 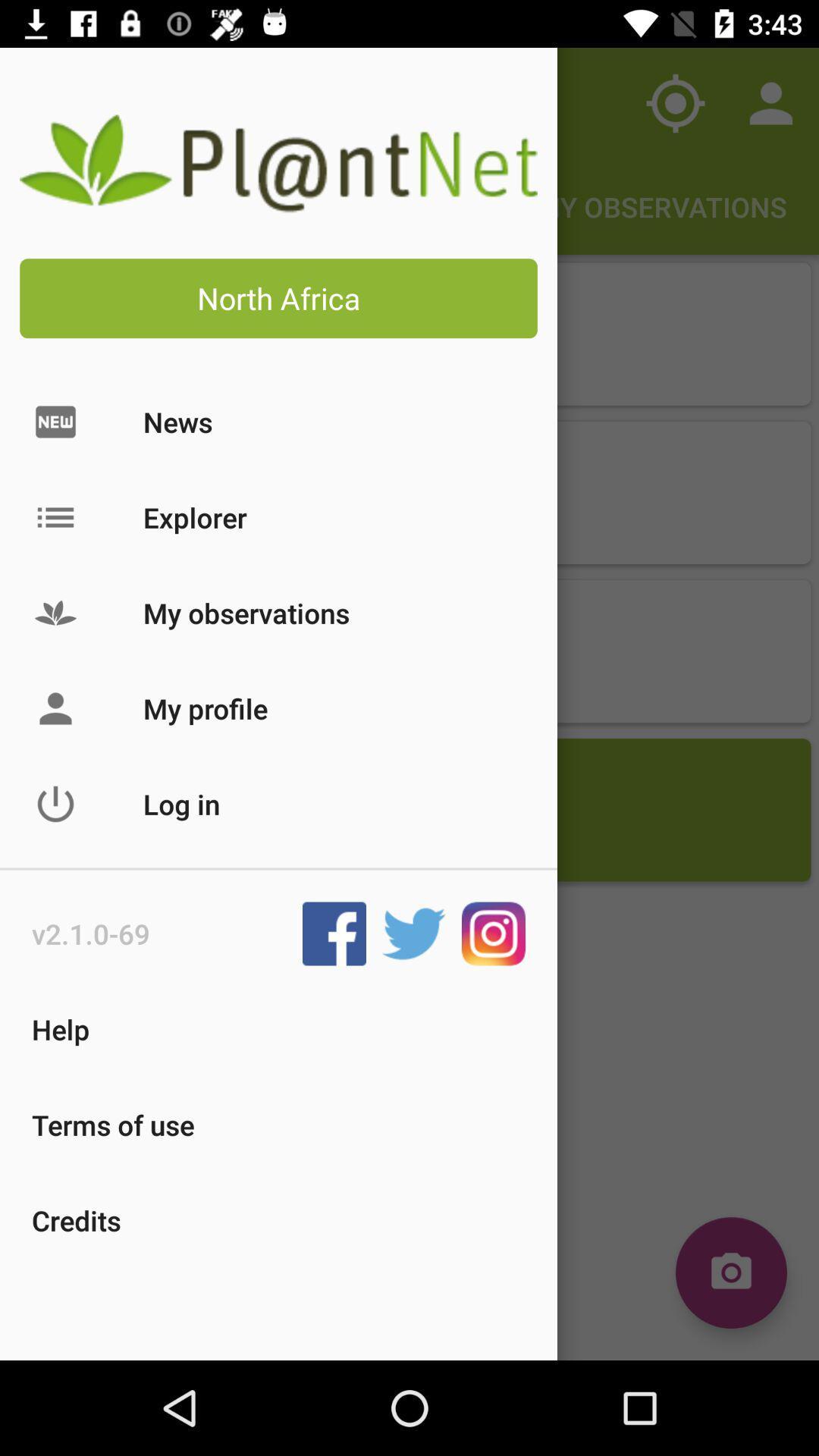 What do you see at coordinates (730, 1272) in the screenshot?
I see `the photo icon` at bounding box center [730, 1272].